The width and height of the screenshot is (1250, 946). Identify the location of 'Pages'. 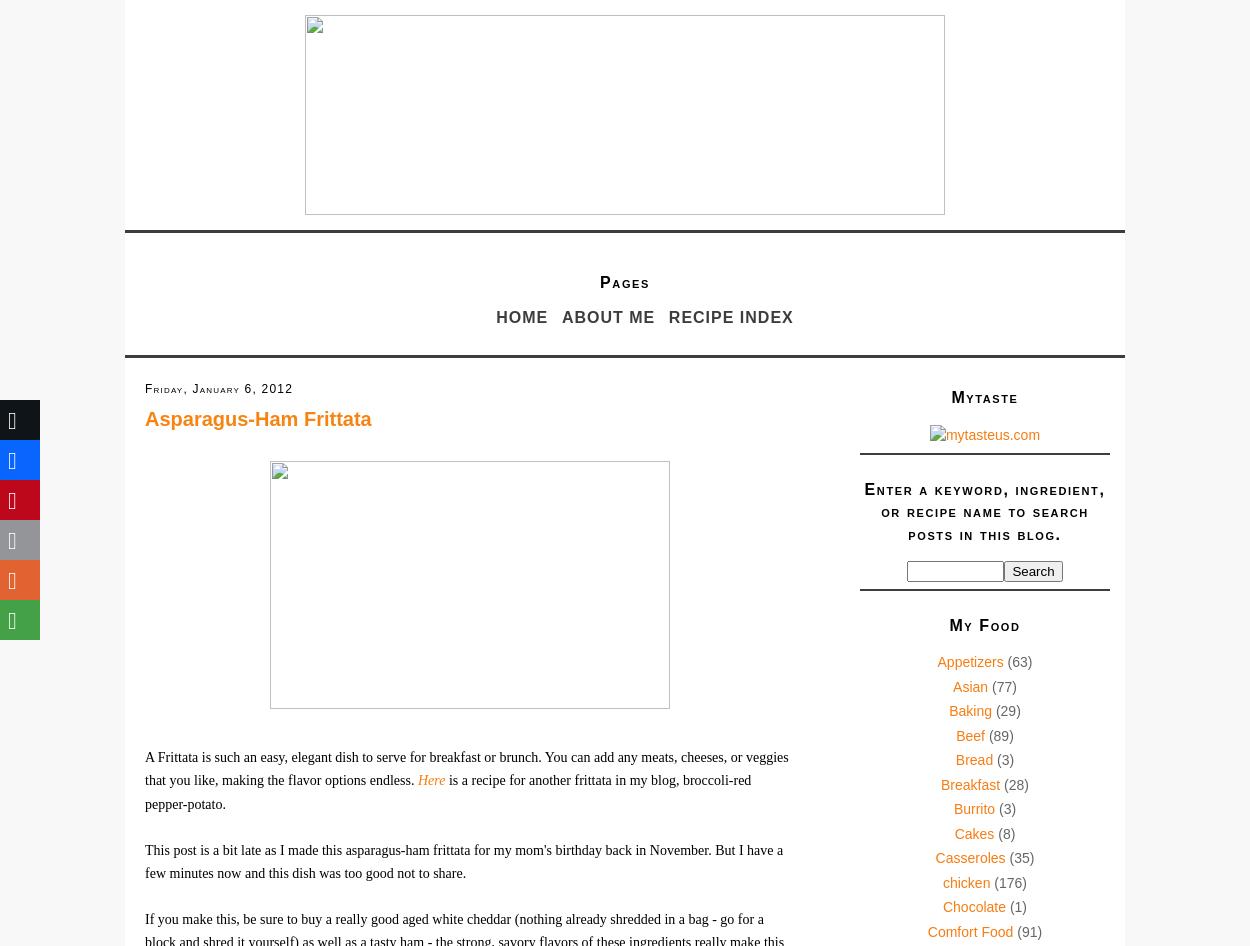
(623, 281).